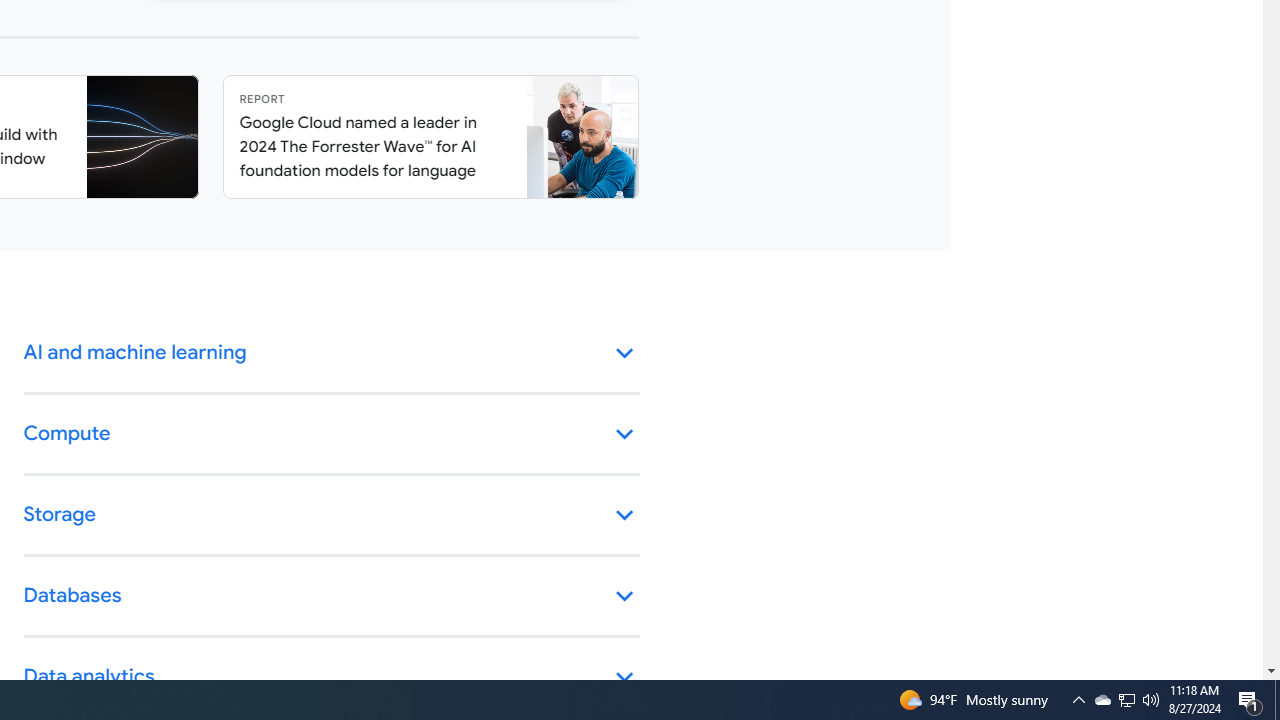 The image size is (1280, 720). Describe the element at coordinates (331, 515) in the screenshot. I see `'Storage keyboard_arrow_down'` at that location.